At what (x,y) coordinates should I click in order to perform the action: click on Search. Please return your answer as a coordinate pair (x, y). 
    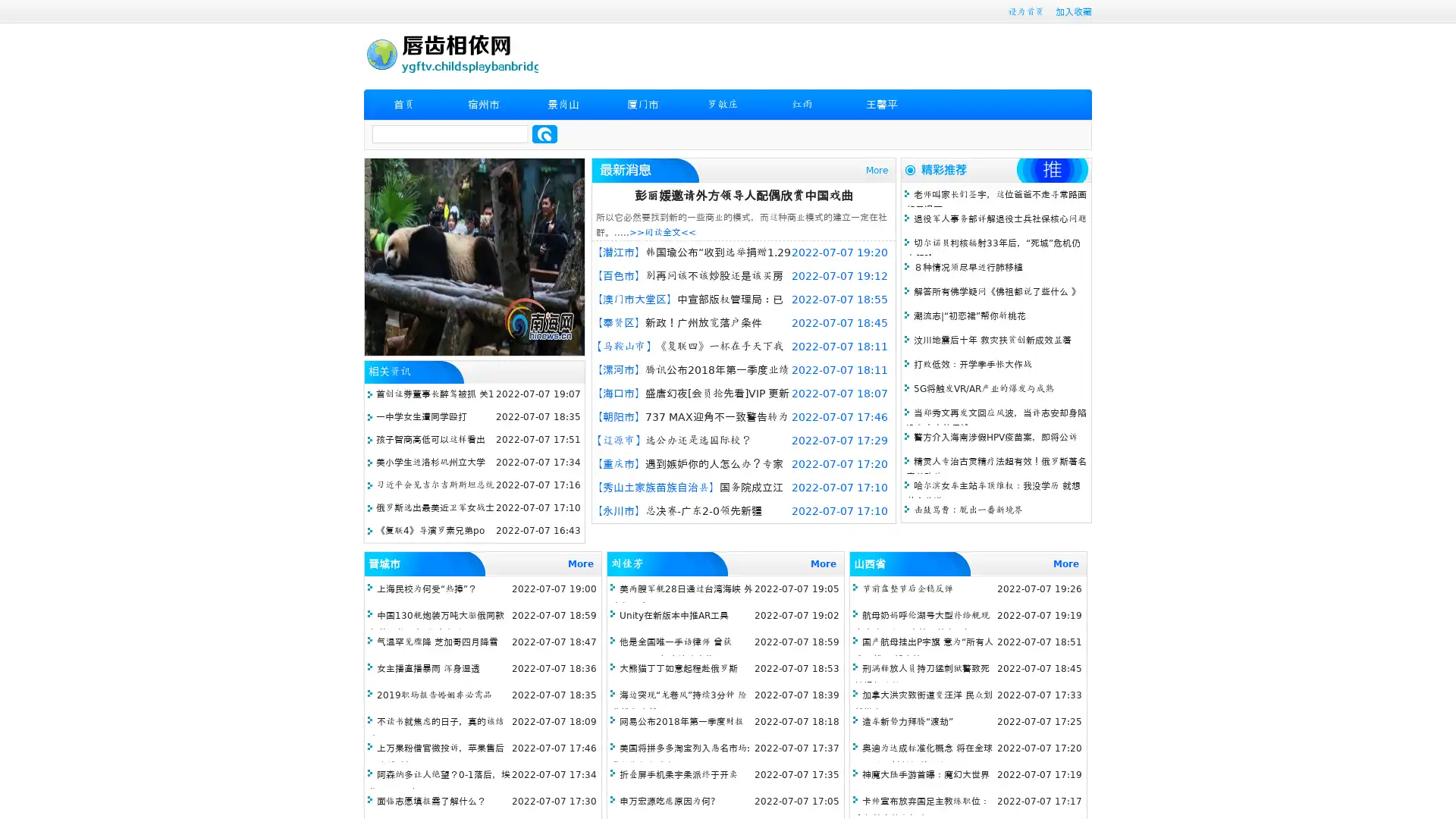
    Looking at the image, I should click on (544, 133).